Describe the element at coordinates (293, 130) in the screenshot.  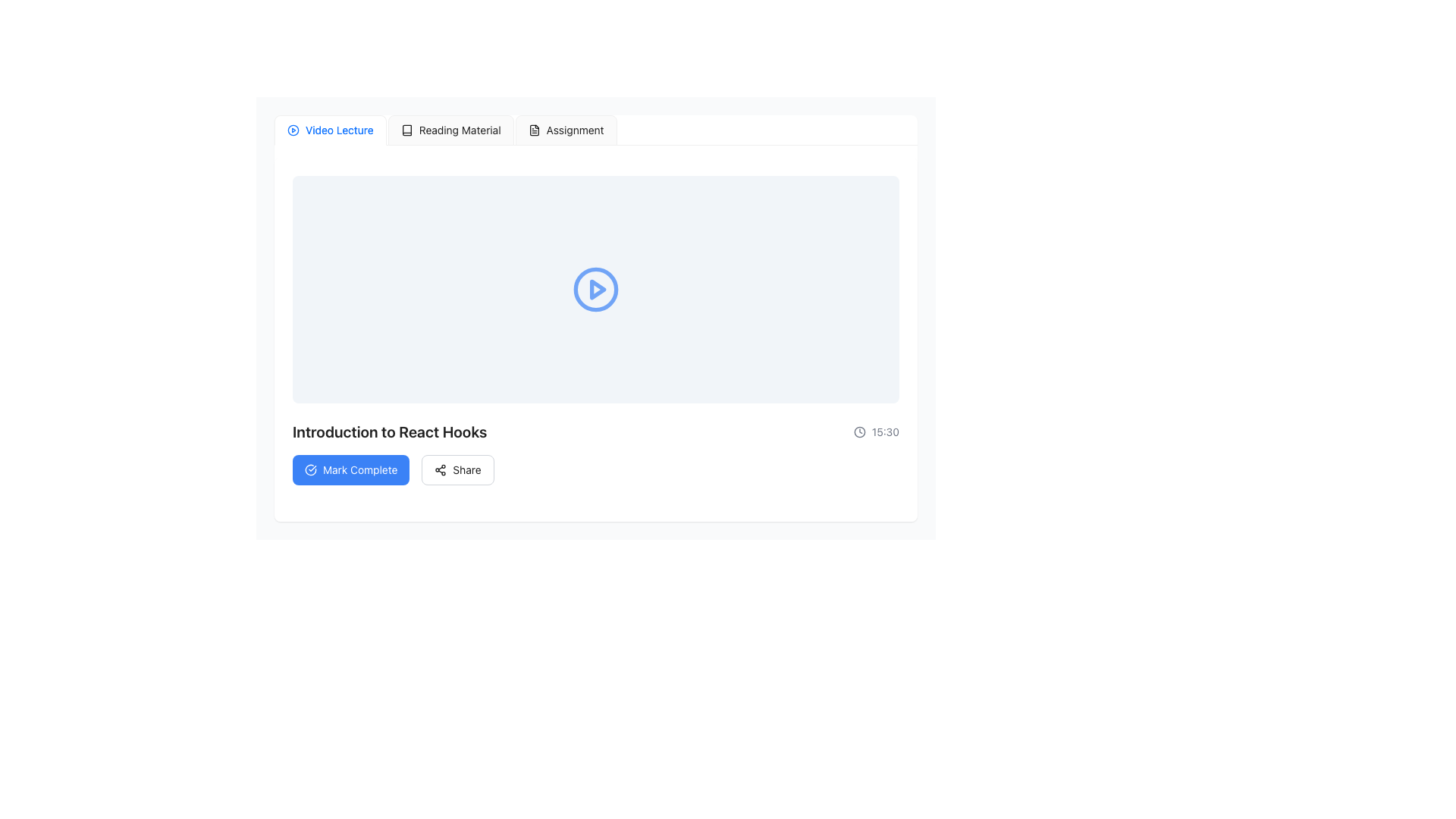
I see `the small circular play button icon with a triangular play symbol next to the 'Video Lecture' label to initiate video playback` at that location.